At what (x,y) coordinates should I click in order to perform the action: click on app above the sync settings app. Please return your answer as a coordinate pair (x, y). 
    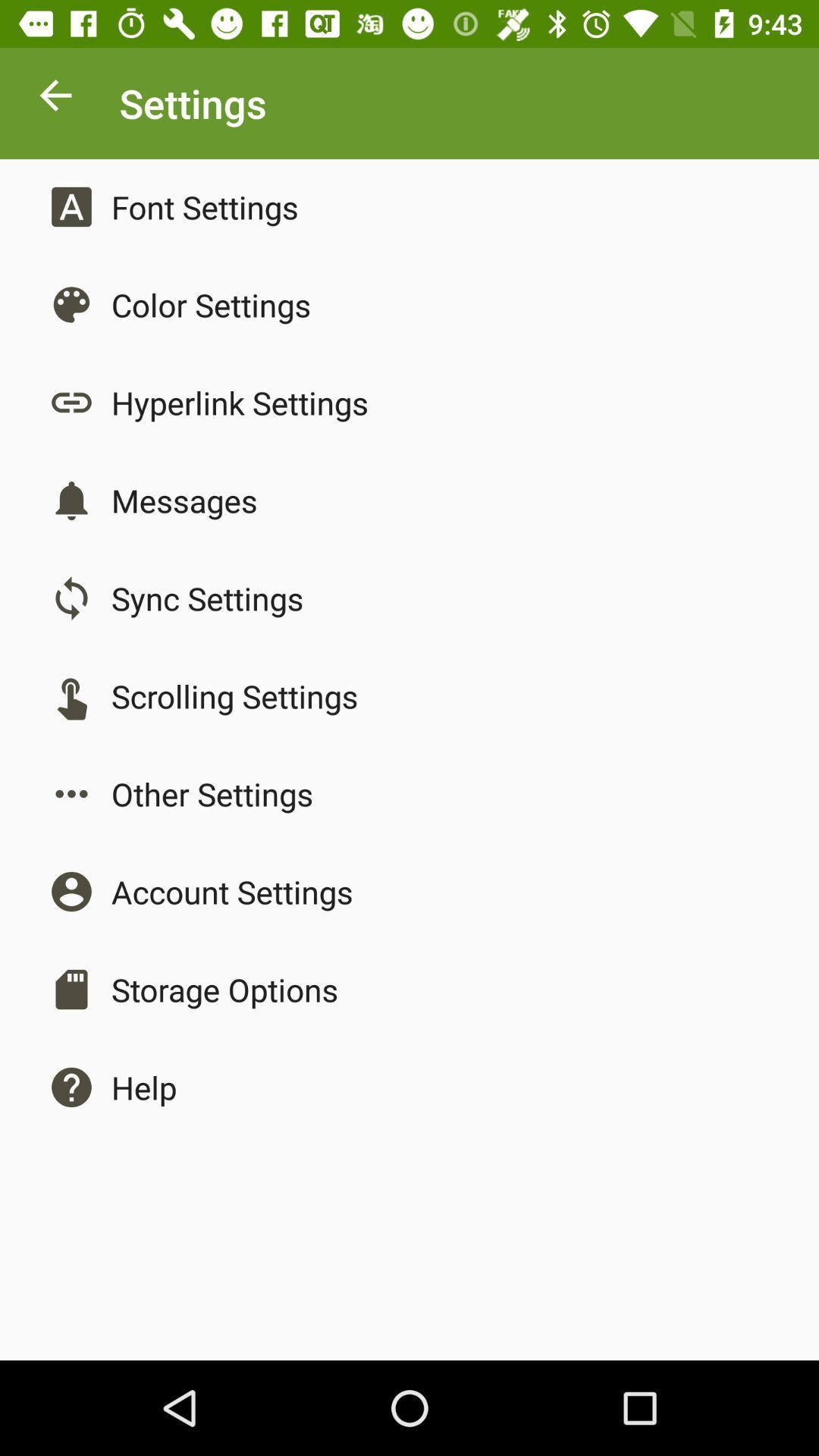
    Looking at the image, I should click on (184, 500).